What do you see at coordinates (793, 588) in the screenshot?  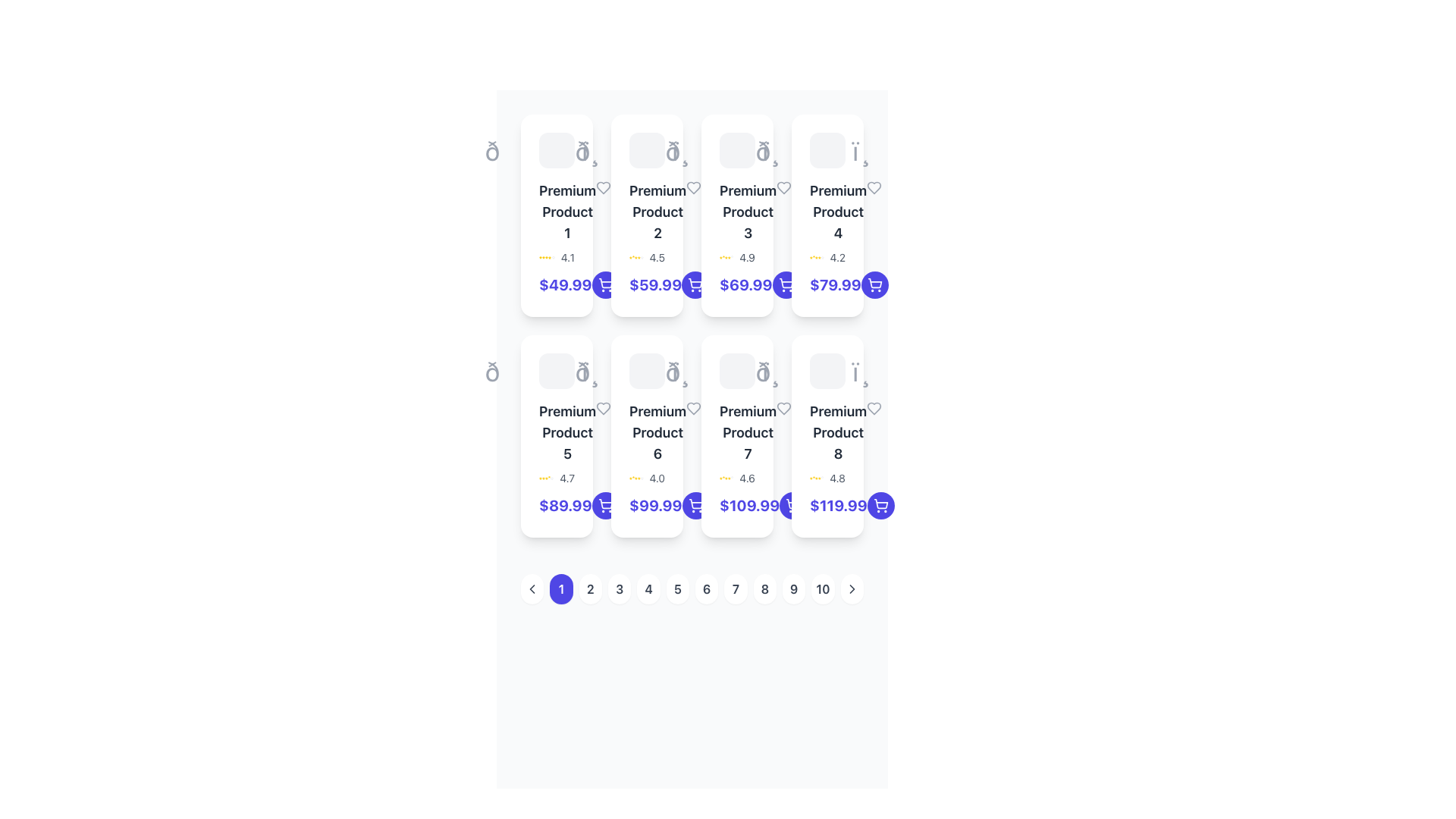 I see `the ninth pagination button located between the buttons labeled '8' and '10'` at bounding box center [793, 588].